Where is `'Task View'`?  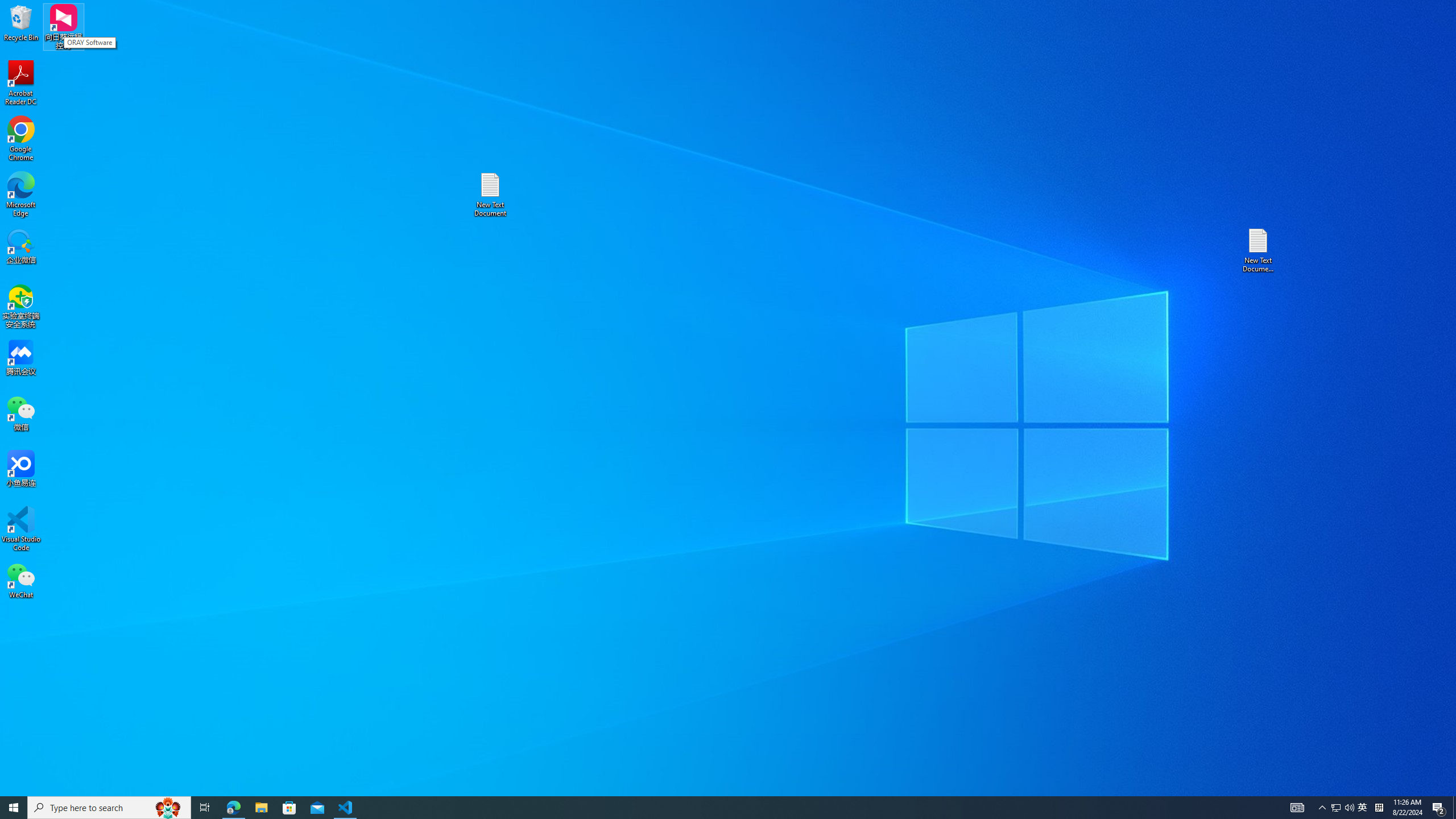
'Task View' is located at coordinates (204, 806).